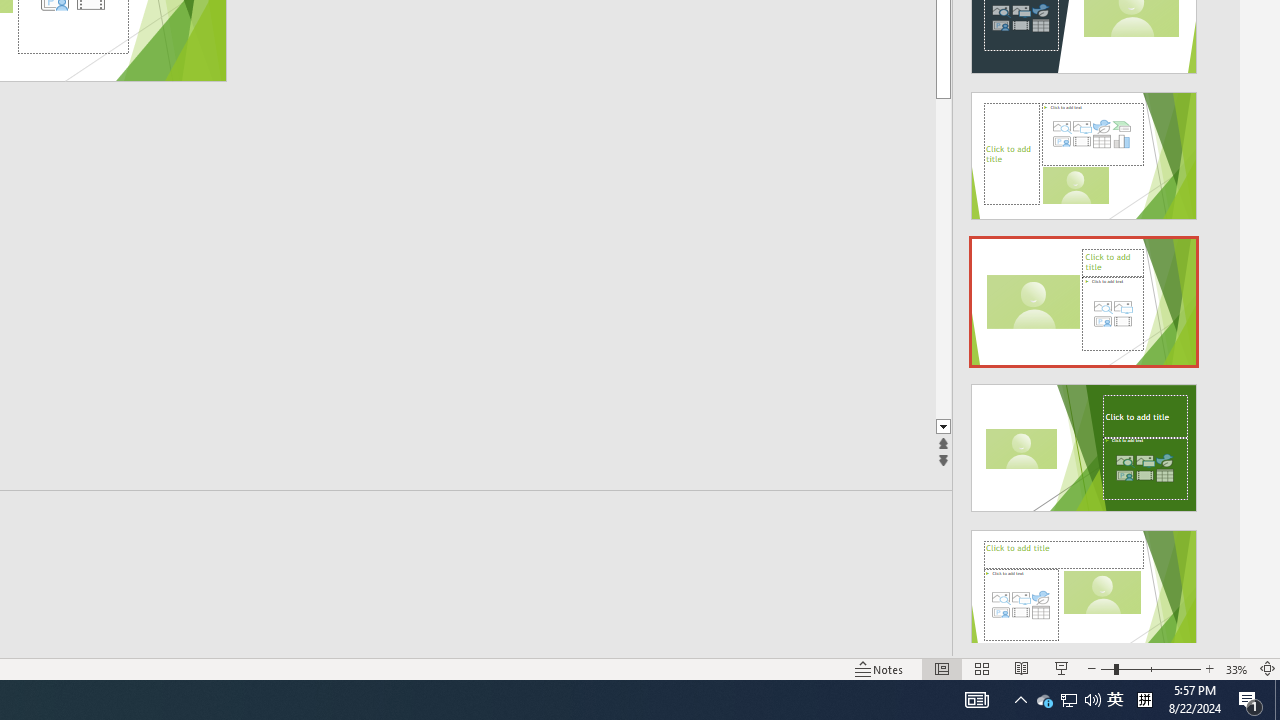  Describe the element at coordinates (879, 669) in the screenshot. I see `'Notes '` at that location.